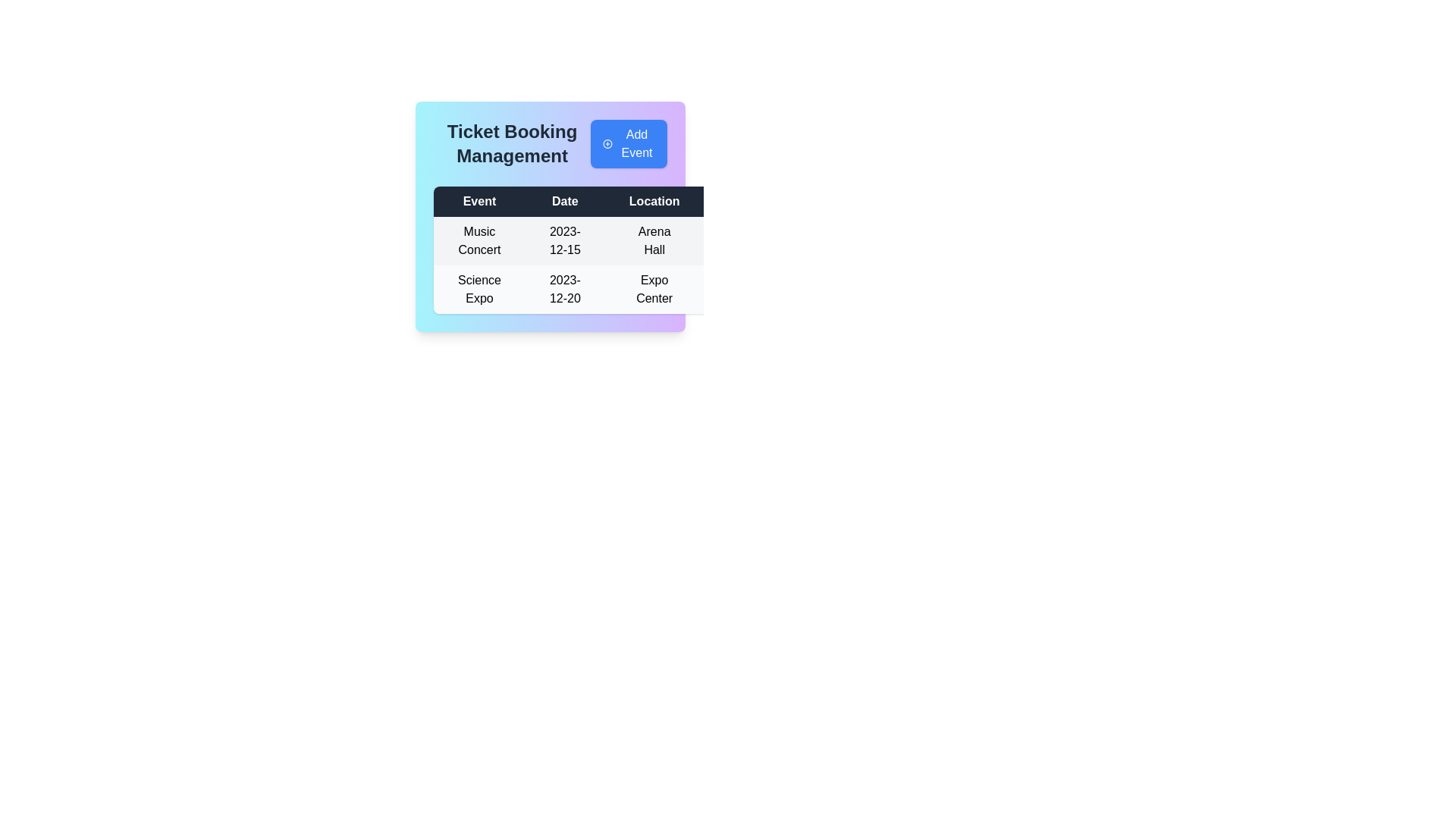 This screenshot has width=1456, height=819. Describe the element at coordinates (684, 289) in the screenshot. I see `details presented in the 'Science Expo' information row, which is the second row in the 'Ticket Booking Management' panel` at that location.